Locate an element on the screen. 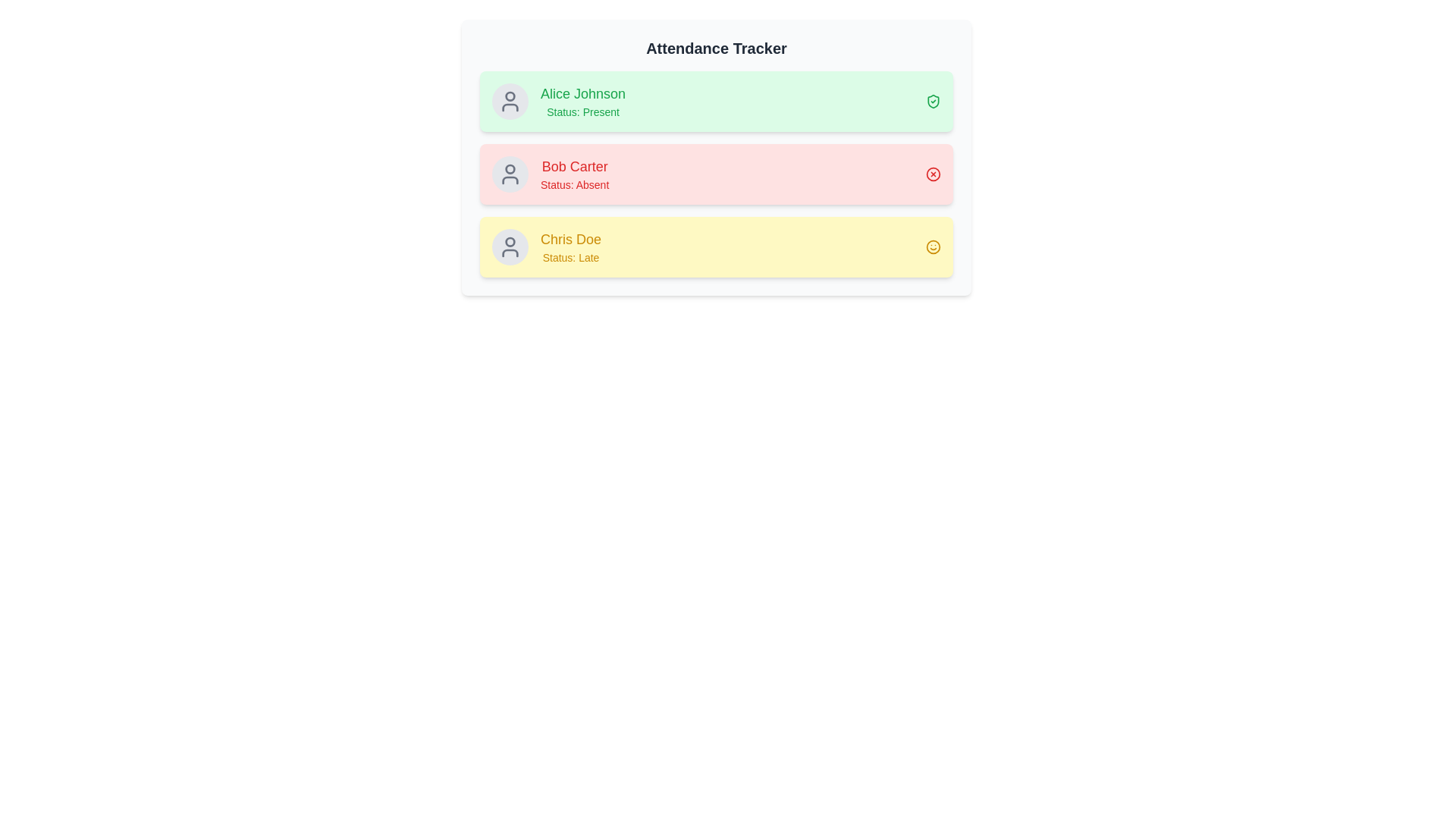 The image size is (1456, 819). the circular head icon representing 'Bob Carter' in the Attendance Tracker interface is located at coordinates (510, 169).